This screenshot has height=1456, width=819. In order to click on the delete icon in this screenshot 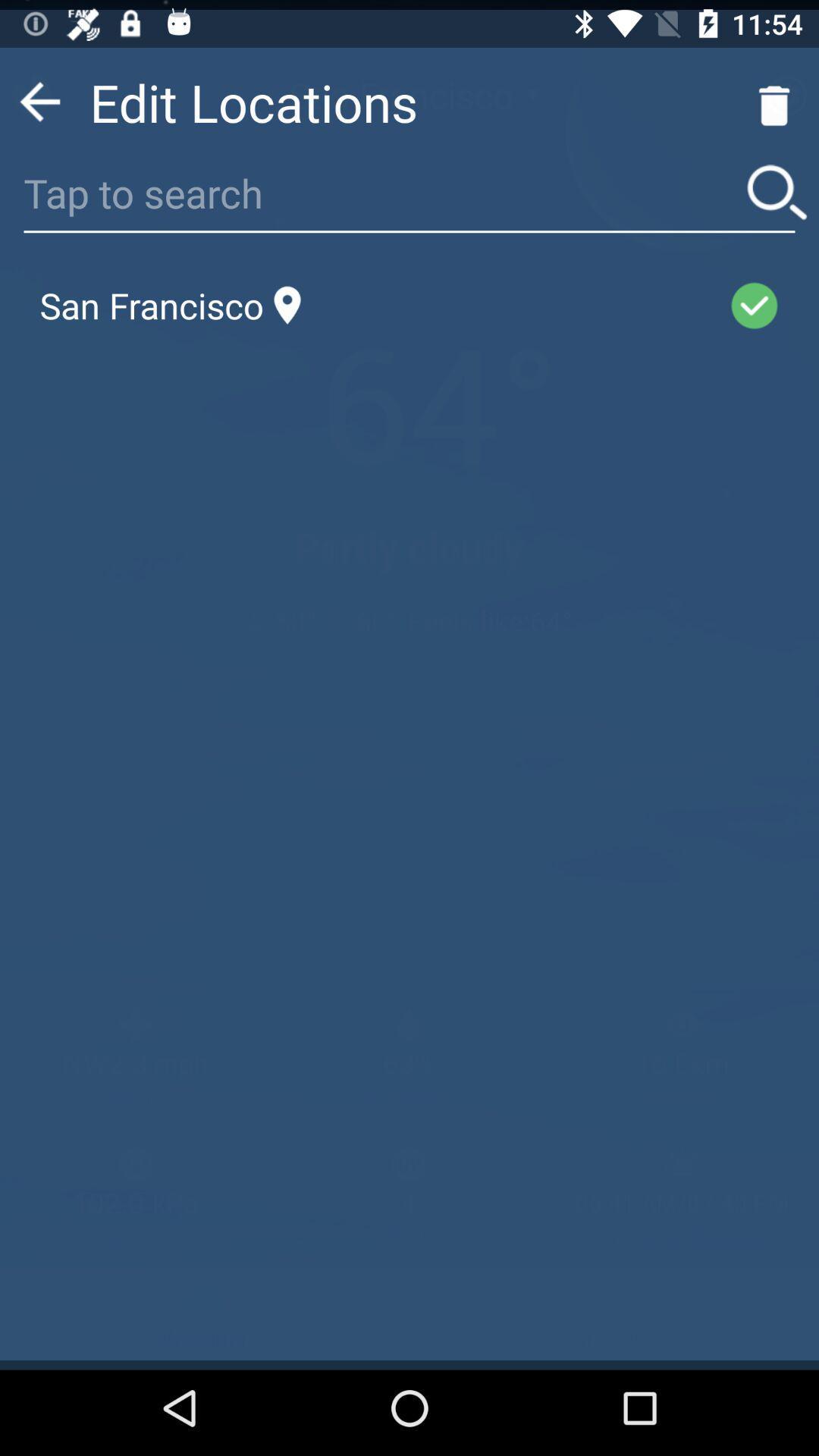, I will do `click(774, 92)`.